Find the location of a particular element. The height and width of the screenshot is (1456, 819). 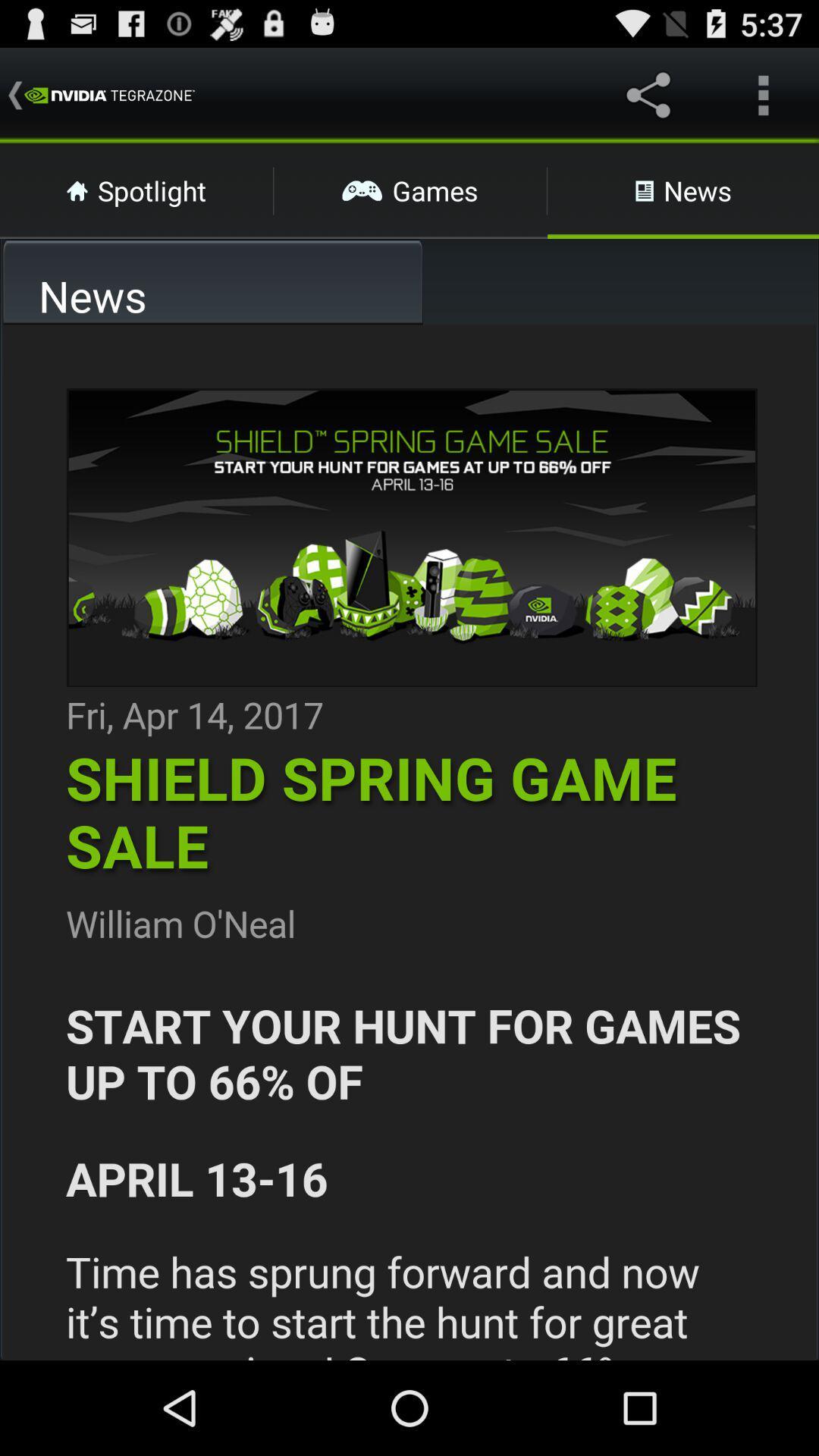

link is located at coordinates (409, 842).